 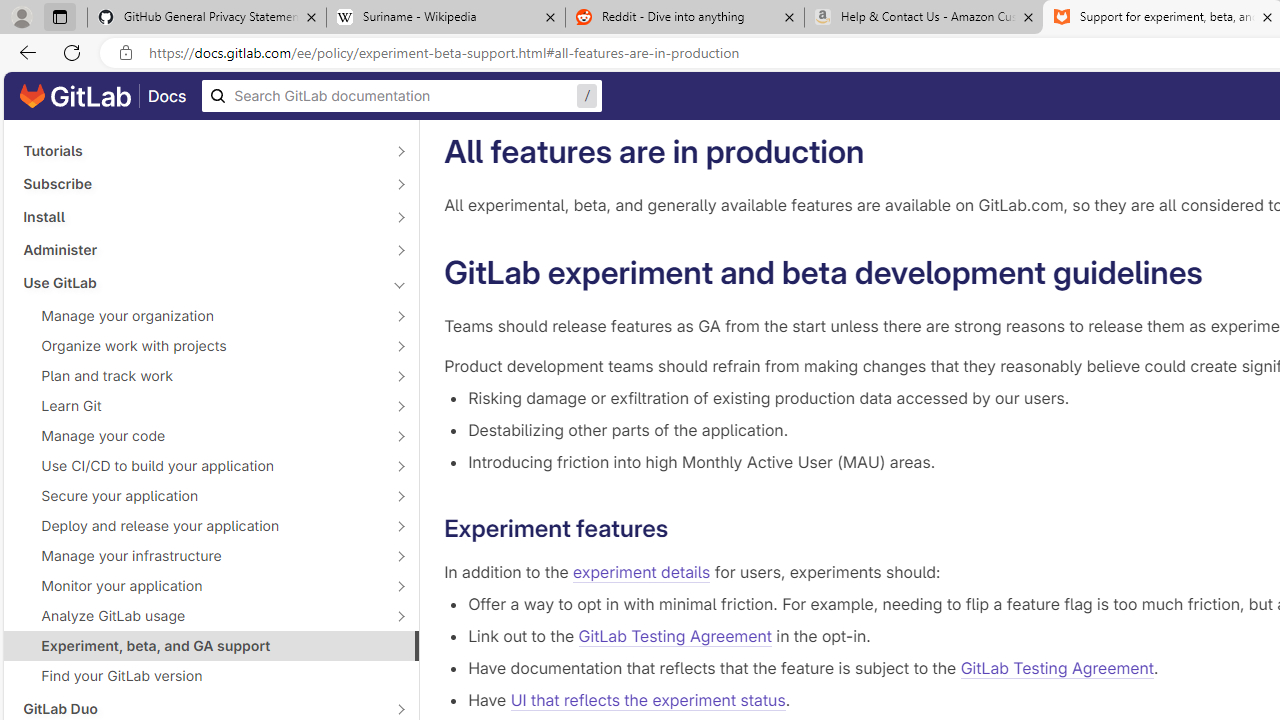 I want to click on 'experiment details', so click(x=641, y=573).